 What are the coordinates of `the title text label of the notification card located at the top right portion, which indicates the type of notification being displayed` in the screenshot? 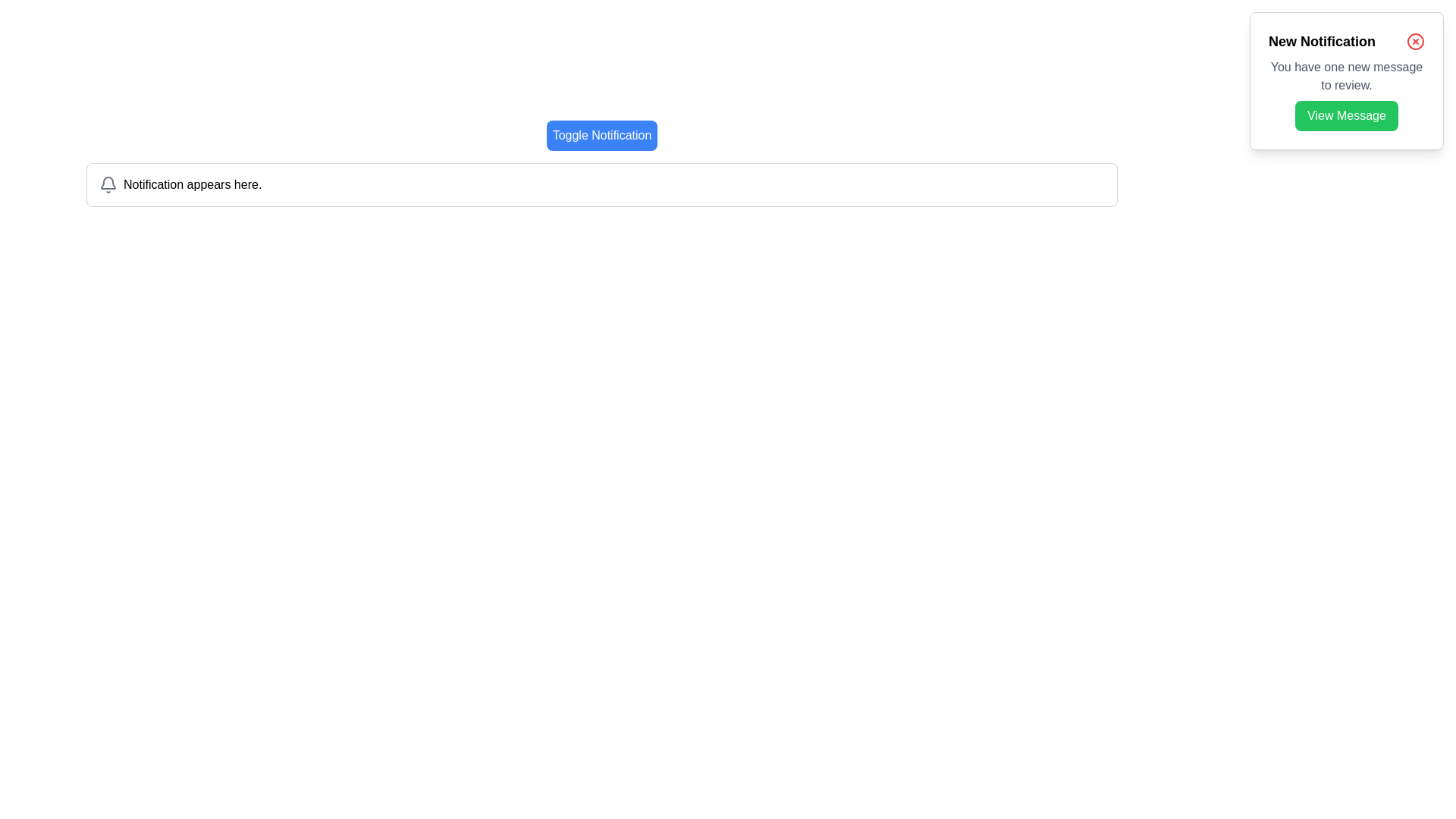 It's located at (1347, 40).